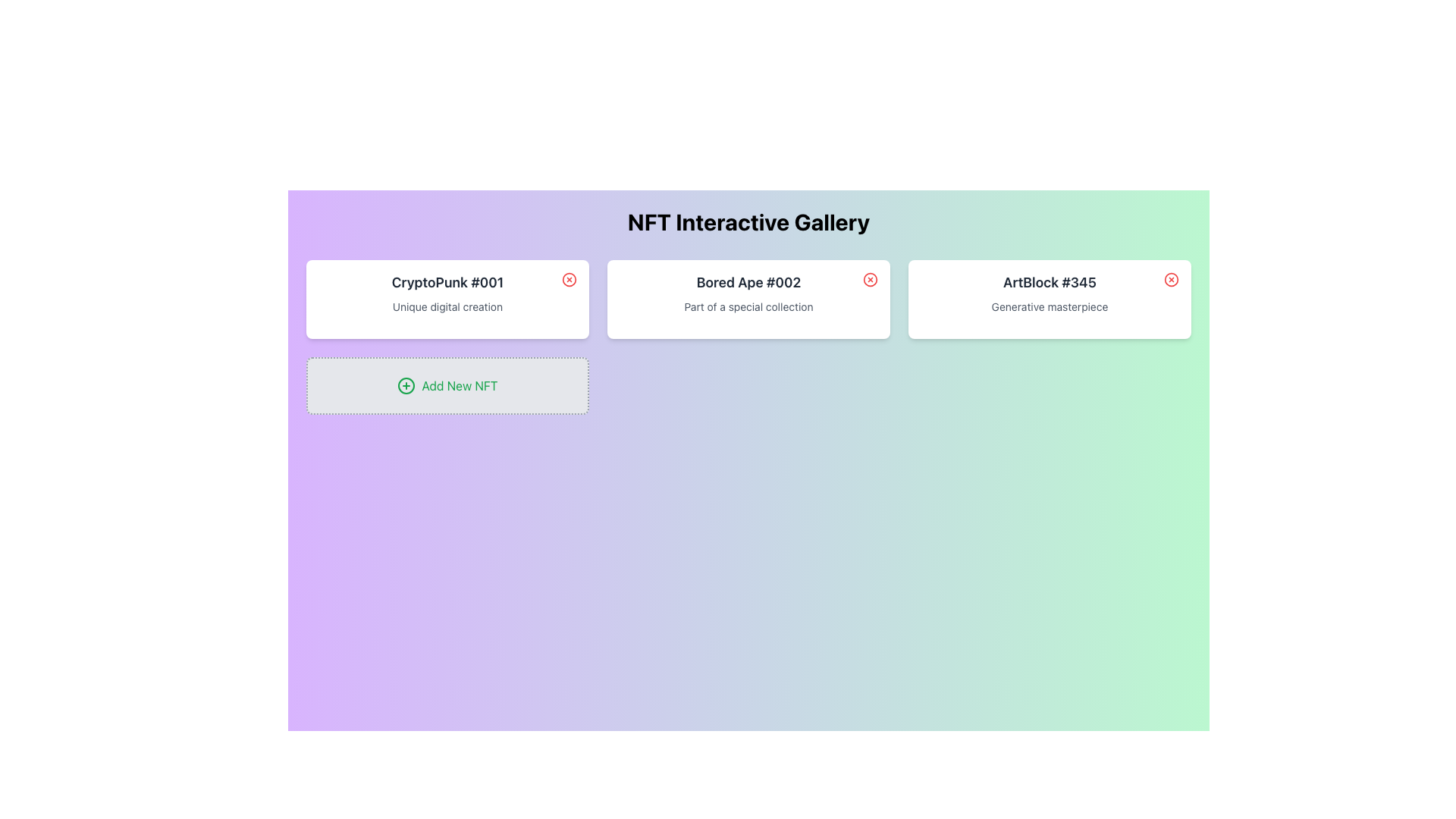 This screenshot has height=819, width=1456. What do you see at coordinates (568, 280) in the screenshot?
I see `the distinctive red circular button with a cross in the middle located in the upper-right corner of the card labeled 'CryptoPunk #001 Unique digital creation'` at bounding box center [568, 280].